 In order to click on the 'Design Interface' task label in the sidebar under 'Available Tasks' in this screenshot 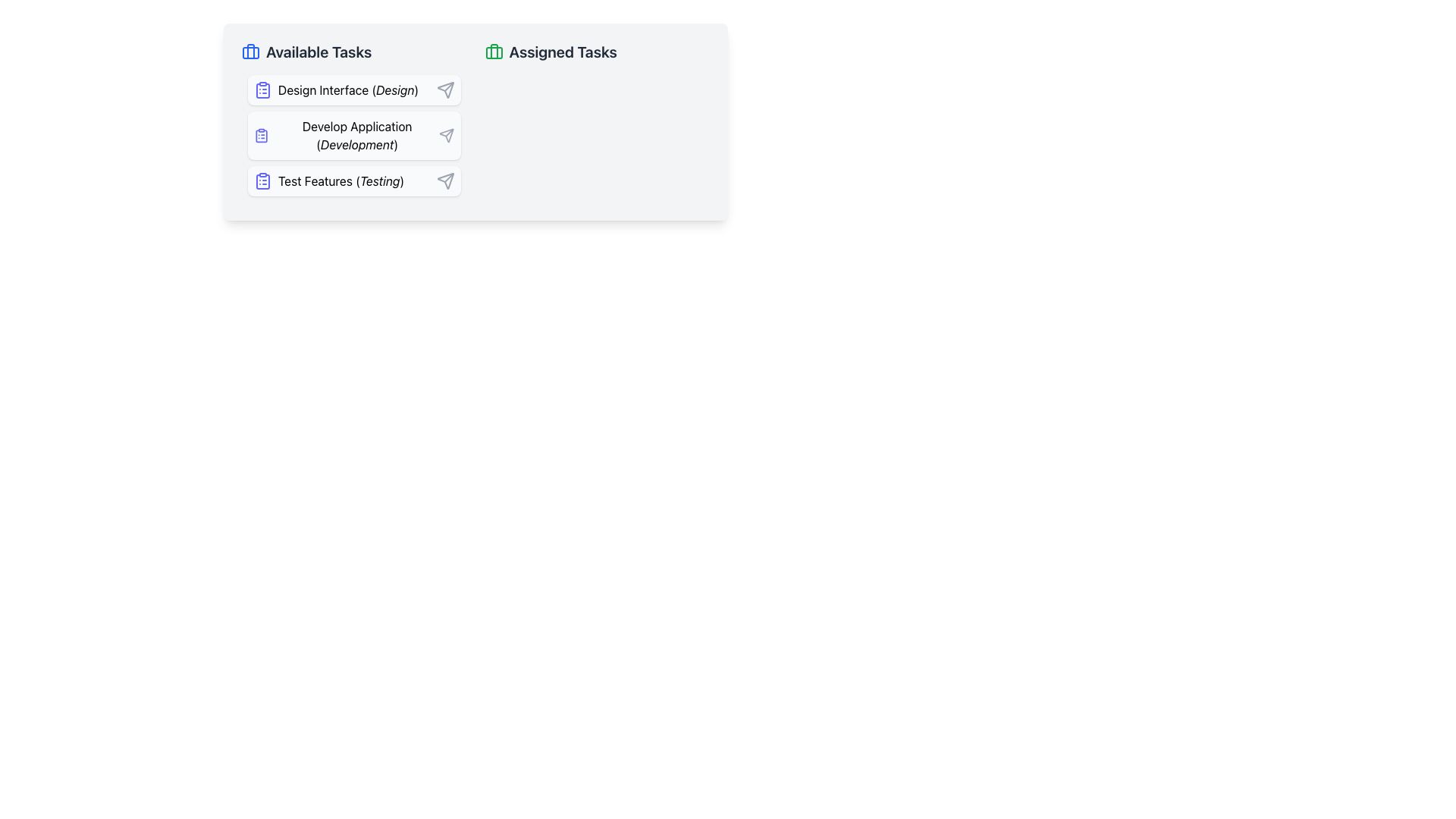, I will do `click(335, 90)`.